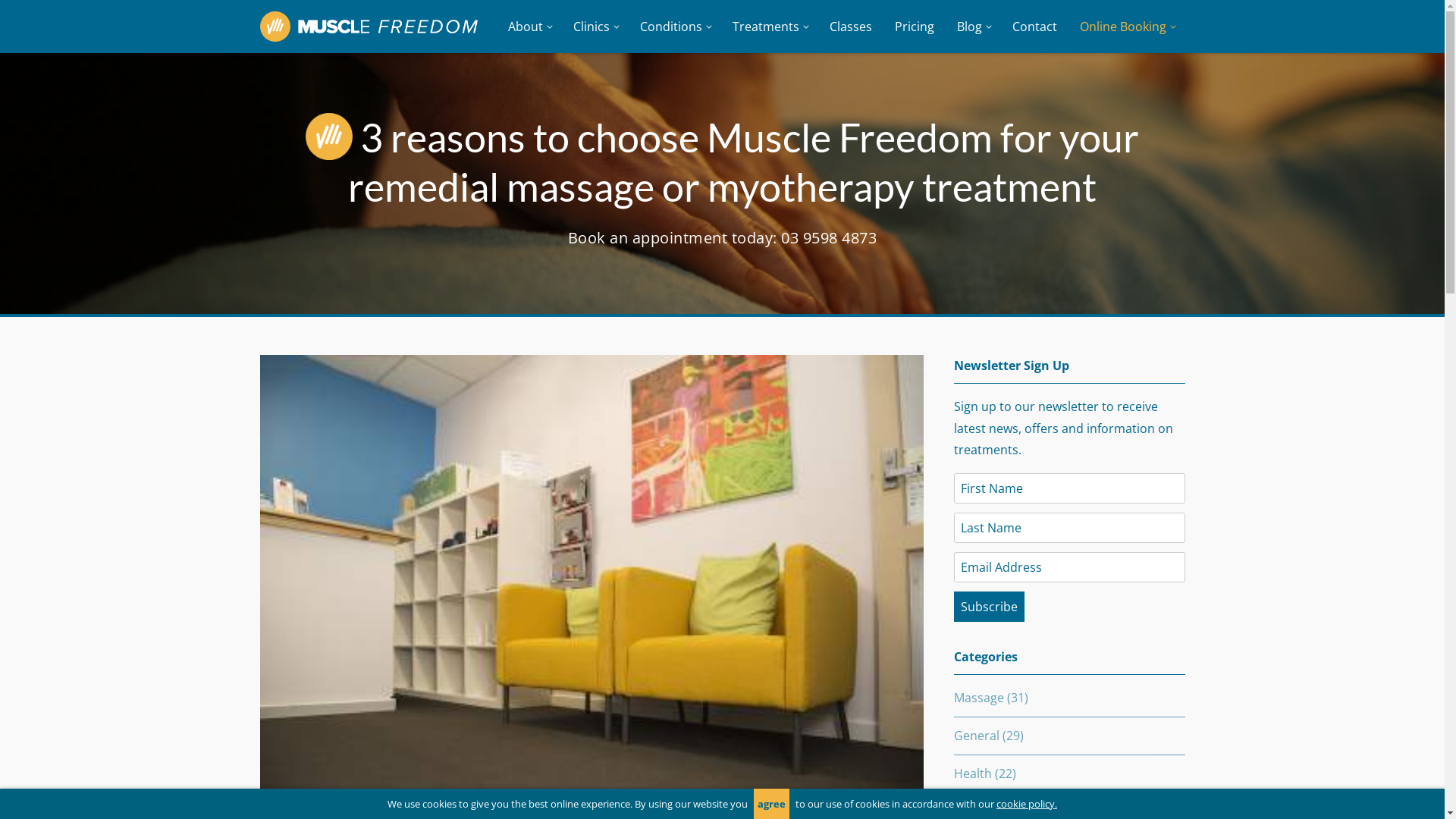 This screenshot has width=1456, height=819. I want to click on 'Contact', so click(1034, 26).